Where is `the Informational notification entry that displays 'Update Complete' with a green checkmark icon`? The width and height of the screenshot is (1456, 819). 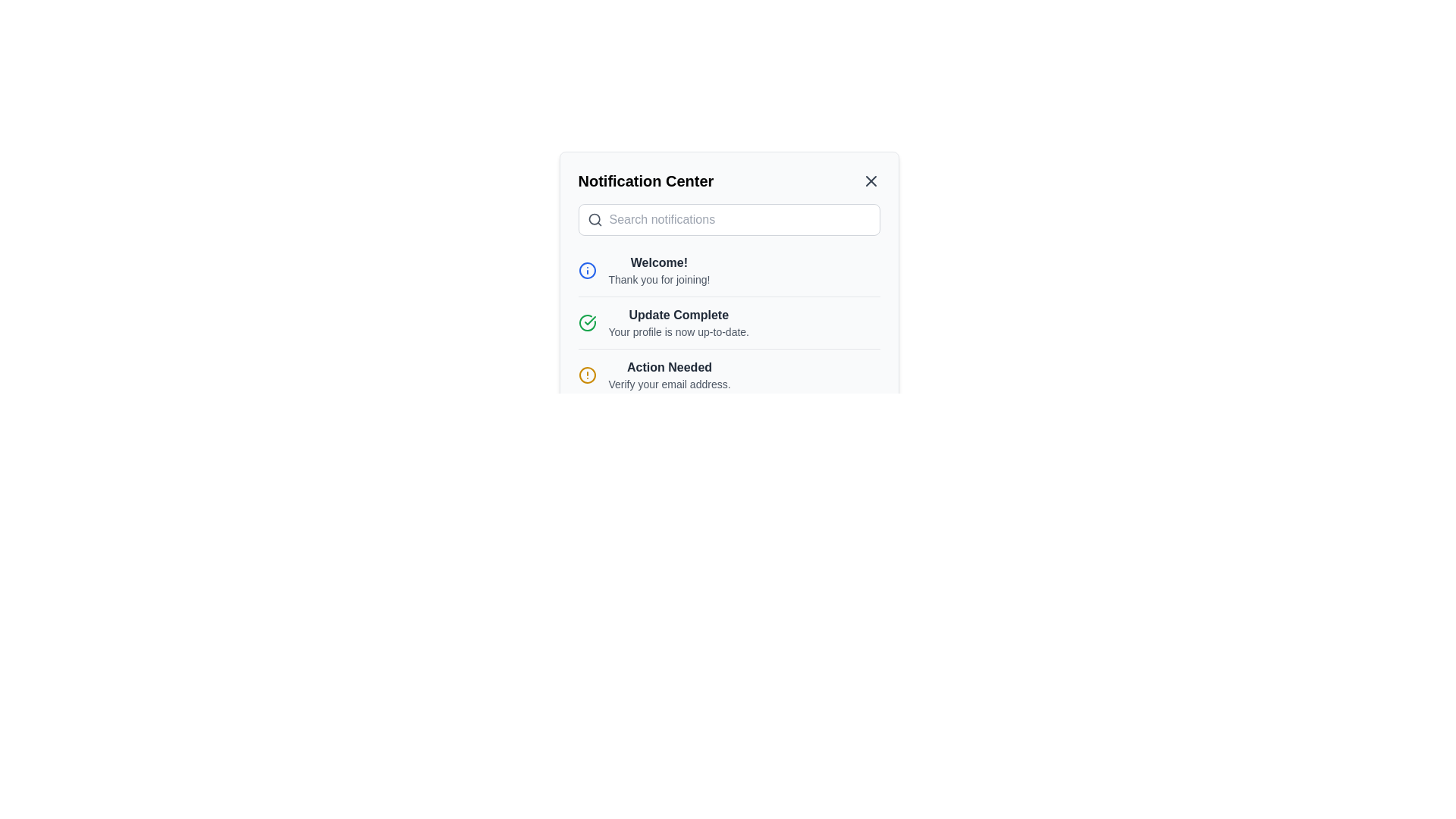 the Informational notification entry that displays 'Update Complete' with a green checkmark icon is located at coordinates (729, 322).